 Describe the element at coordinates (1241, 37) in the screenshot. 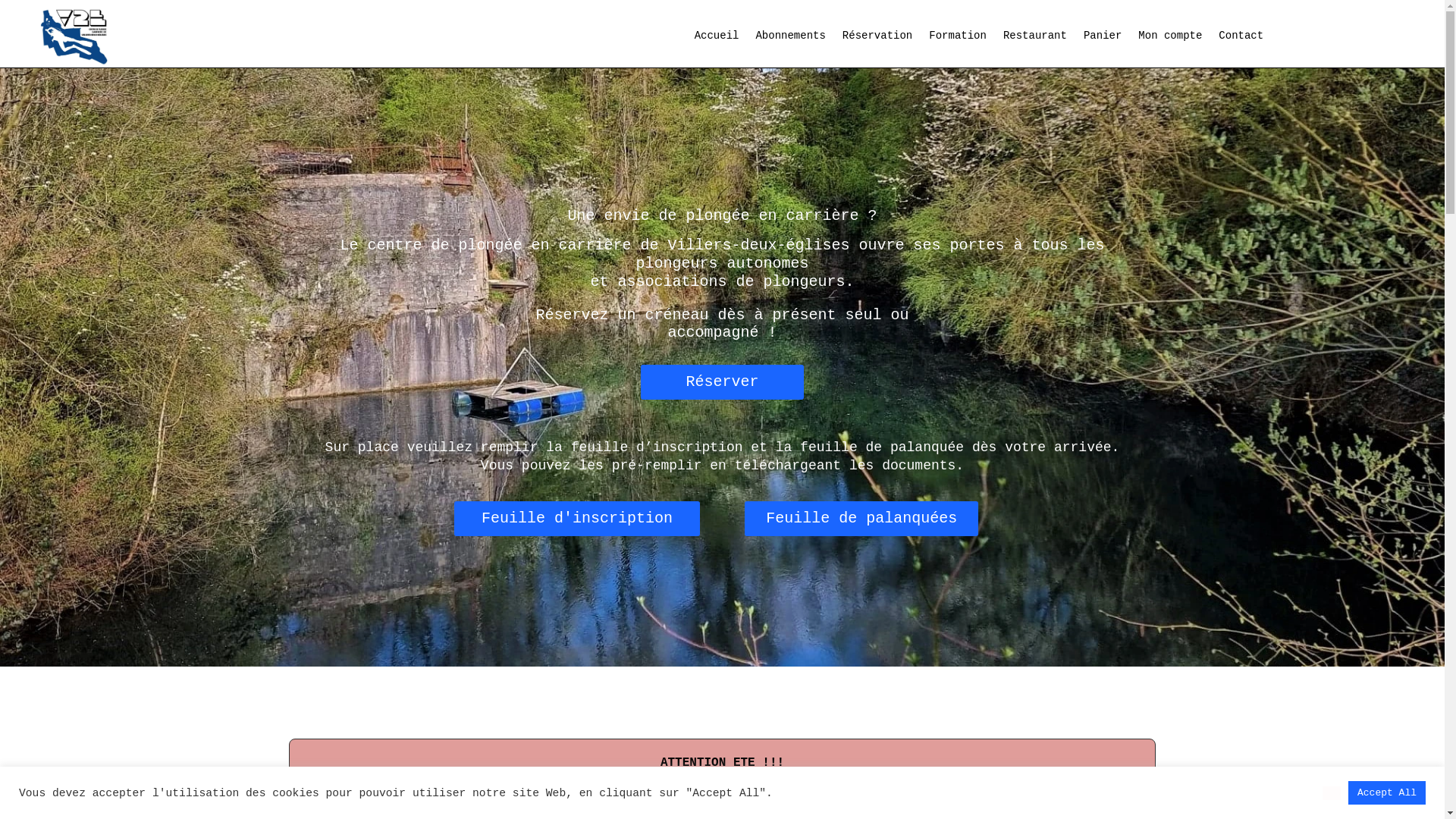

I see `'Contact'` at that location.